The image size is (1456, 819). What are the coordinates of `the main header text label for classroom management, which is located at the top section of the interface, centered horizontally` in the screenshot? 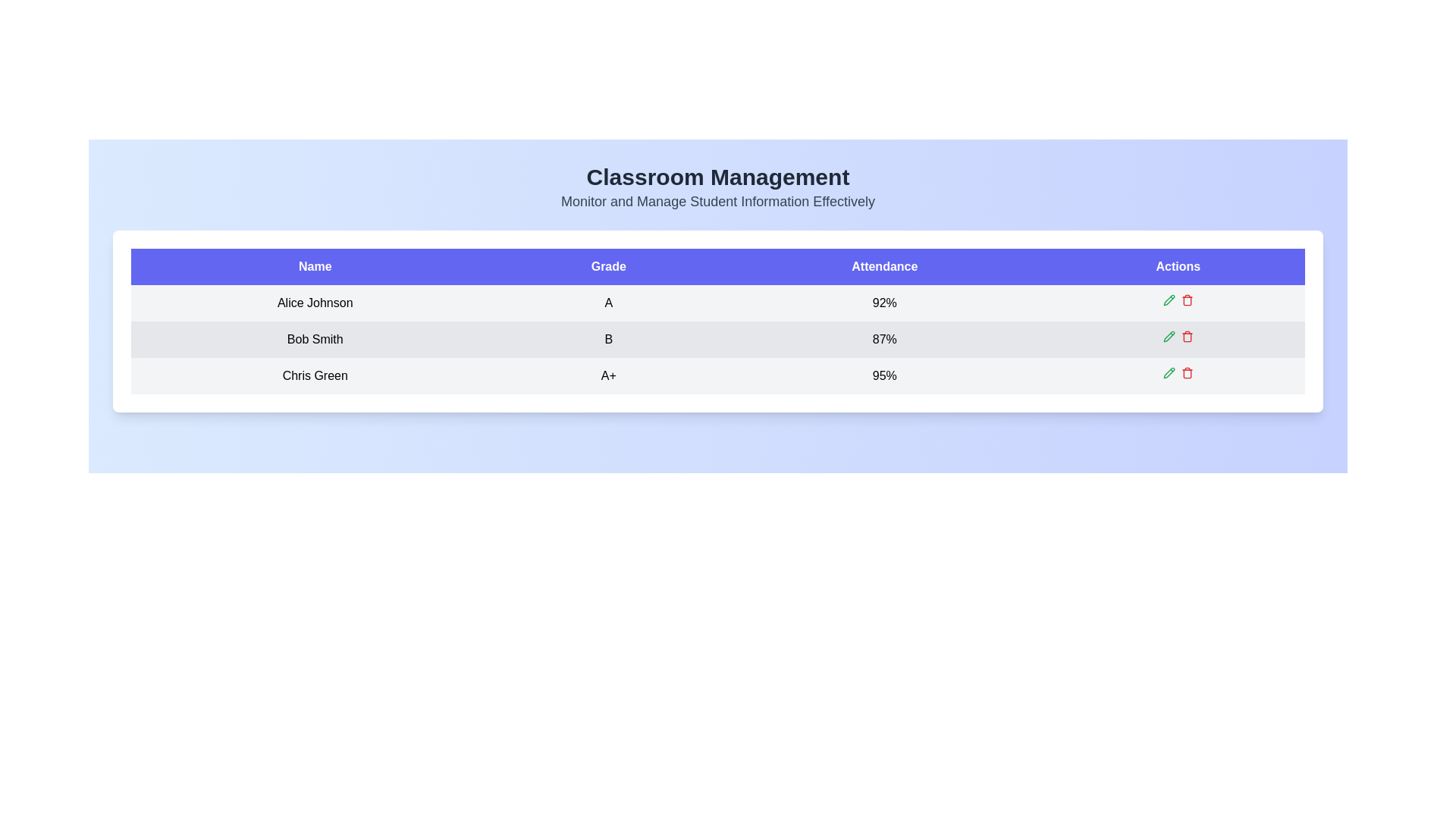 It's located at (717, 177).